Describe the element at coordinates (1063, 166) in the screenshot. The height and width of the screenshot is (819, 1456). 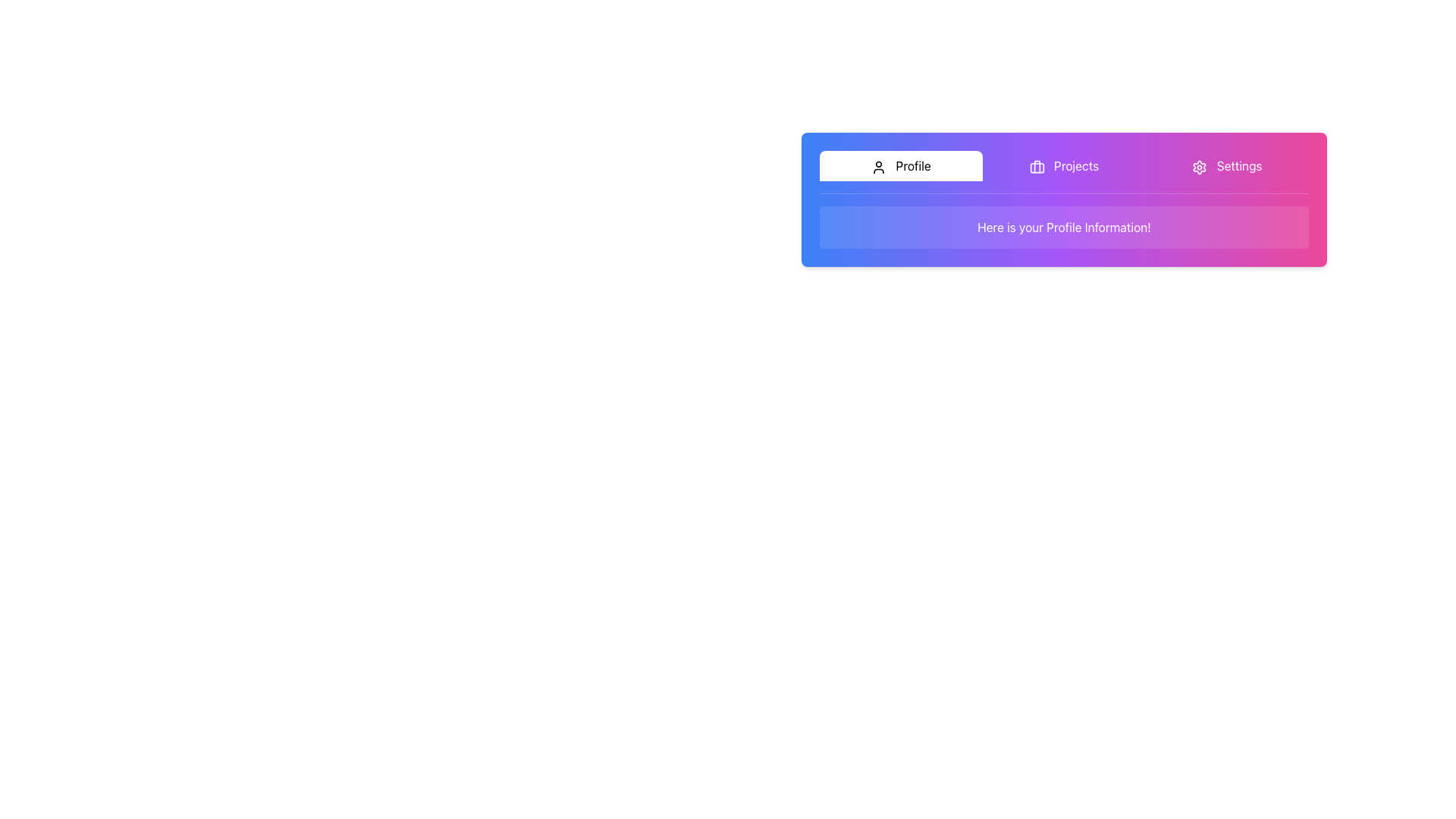
I see `the 'Projects' button, which is the second item in a horizontal menu located between the 'Profile' button and the 'Settings' button` at that location.